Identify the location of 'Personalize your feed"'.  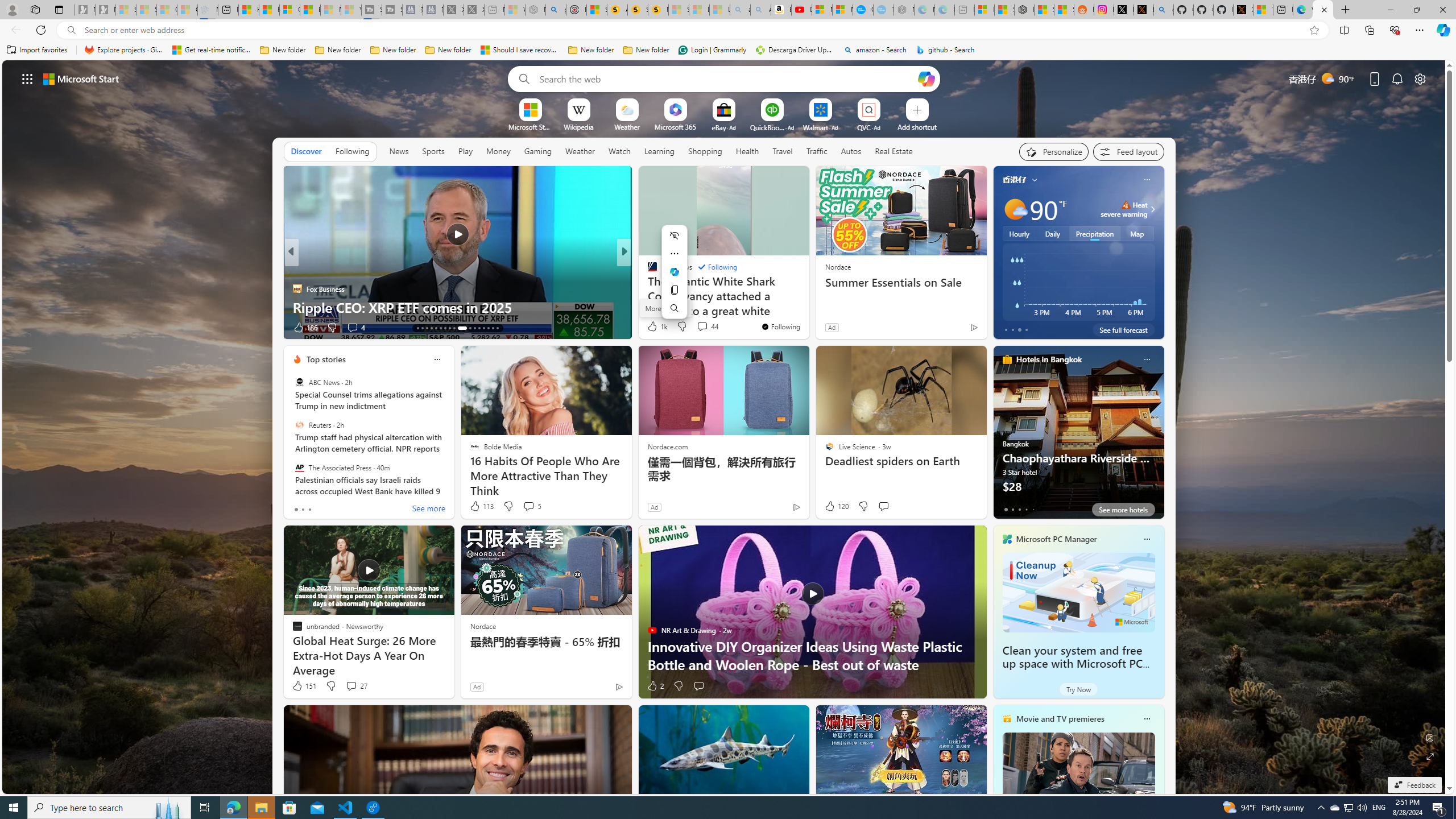
(1053, 152).